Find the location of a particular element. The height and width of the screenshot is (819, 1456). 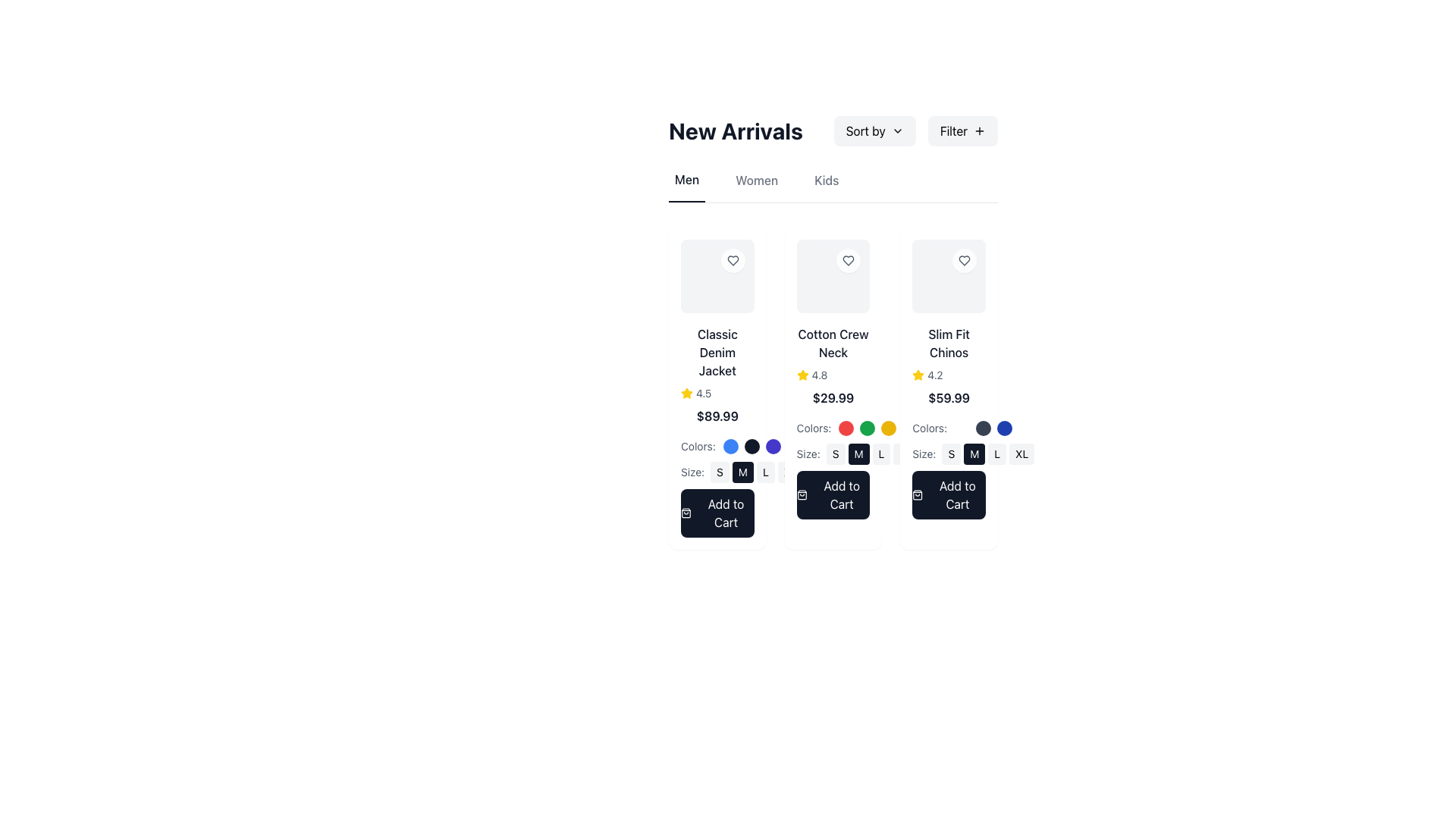

the second color selection button for the 'Slim Fit Chinos' product is located at coordinates (984, 428).